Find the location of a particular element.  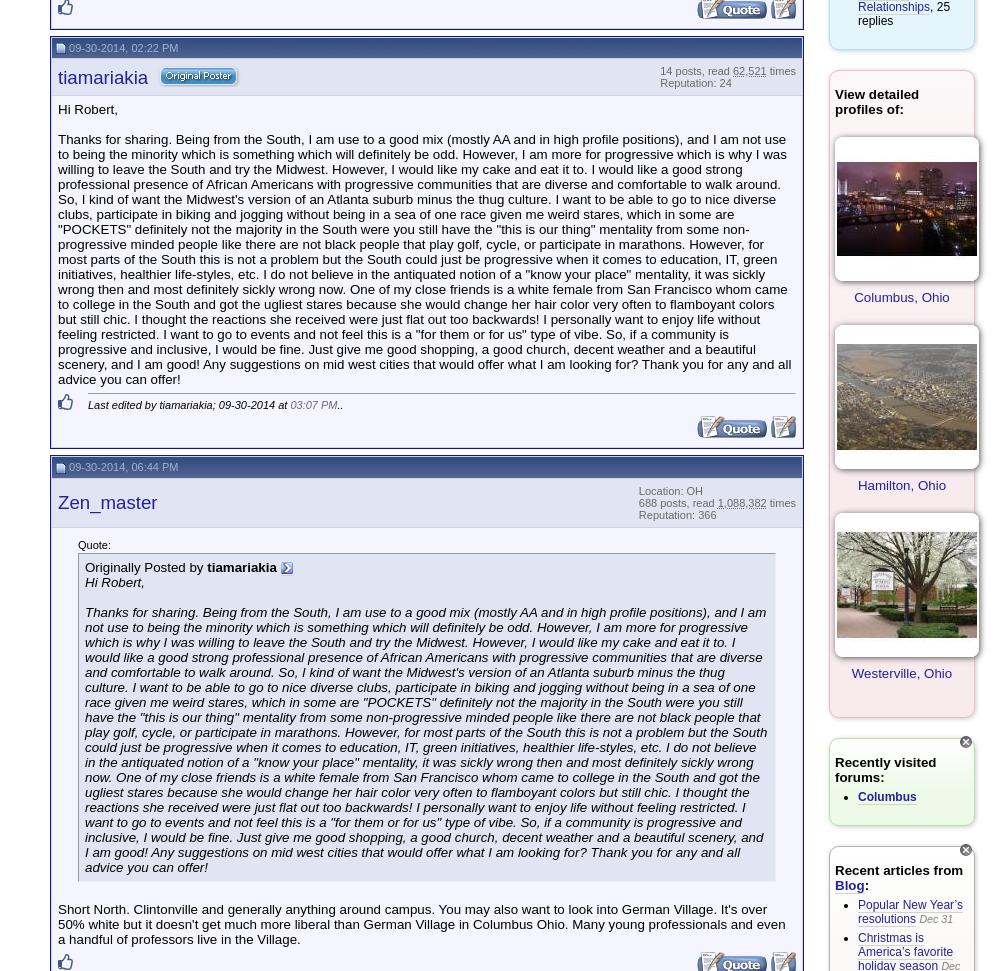

'Westerville, Ohio' is located at coordinates (901, 673).